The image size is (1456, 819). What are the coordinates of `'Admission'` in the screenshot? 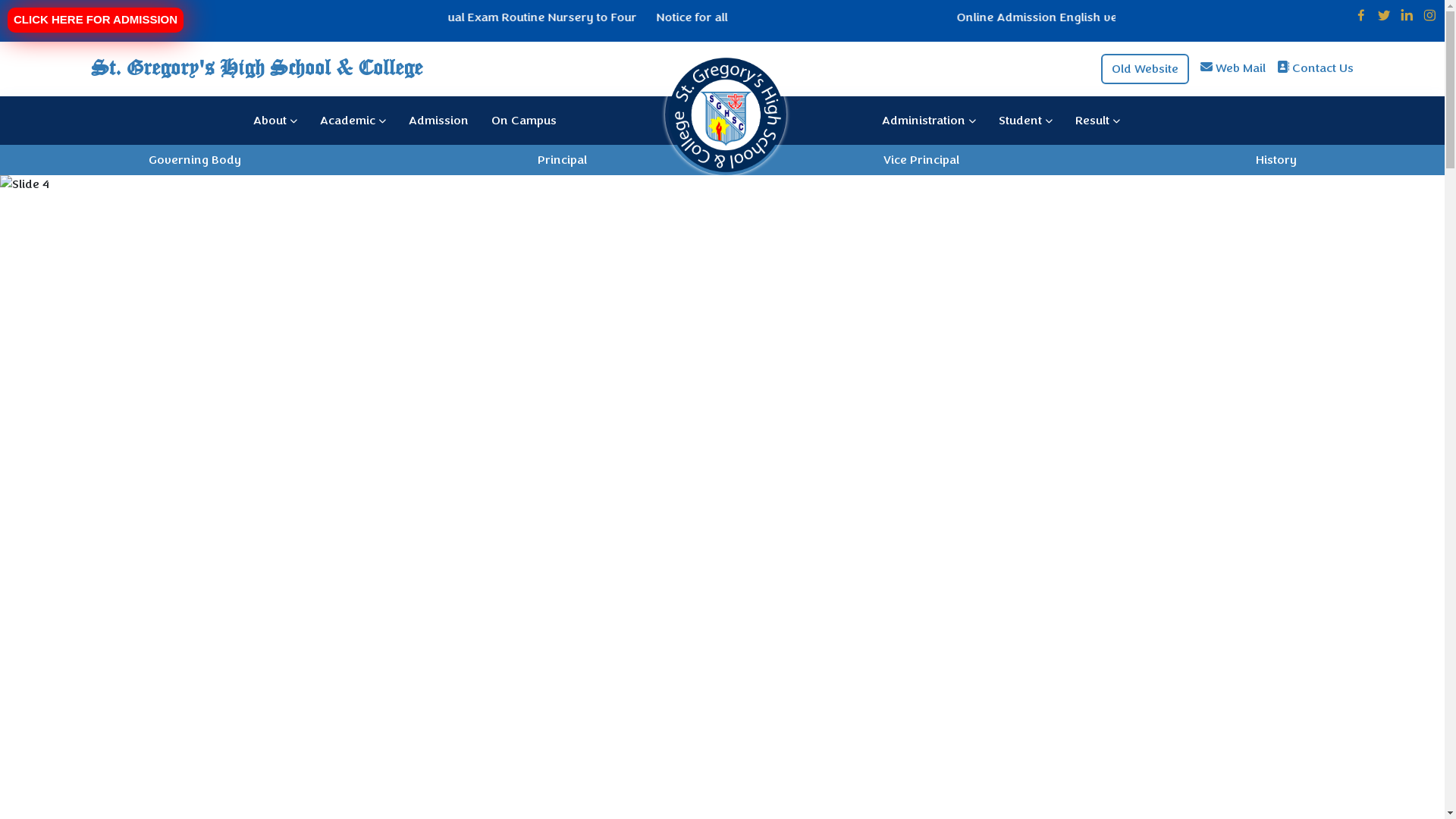 It's located at (438, 119).